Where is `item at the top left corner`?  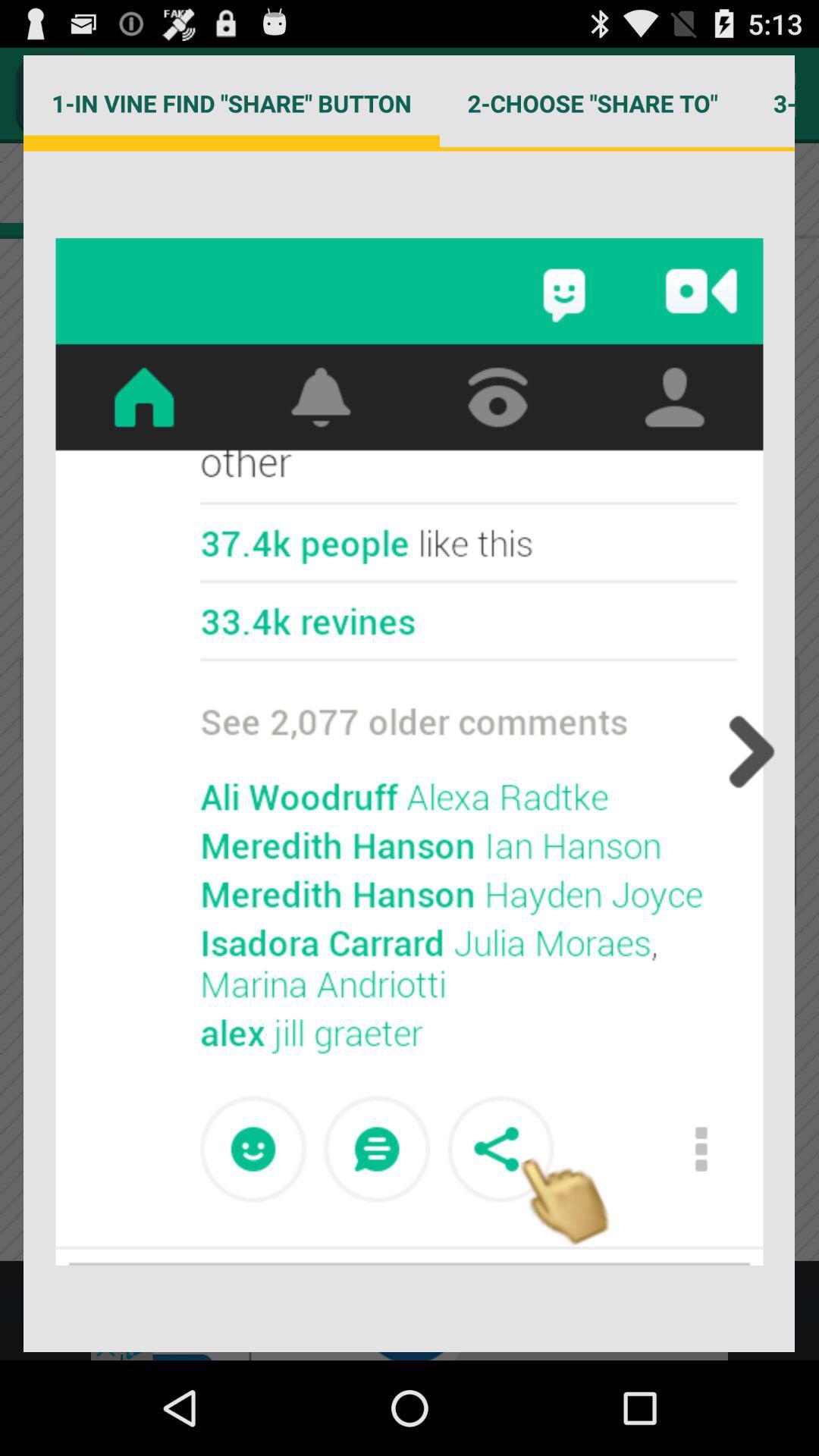 item at the top left corner is located at coordinates (231, 102).